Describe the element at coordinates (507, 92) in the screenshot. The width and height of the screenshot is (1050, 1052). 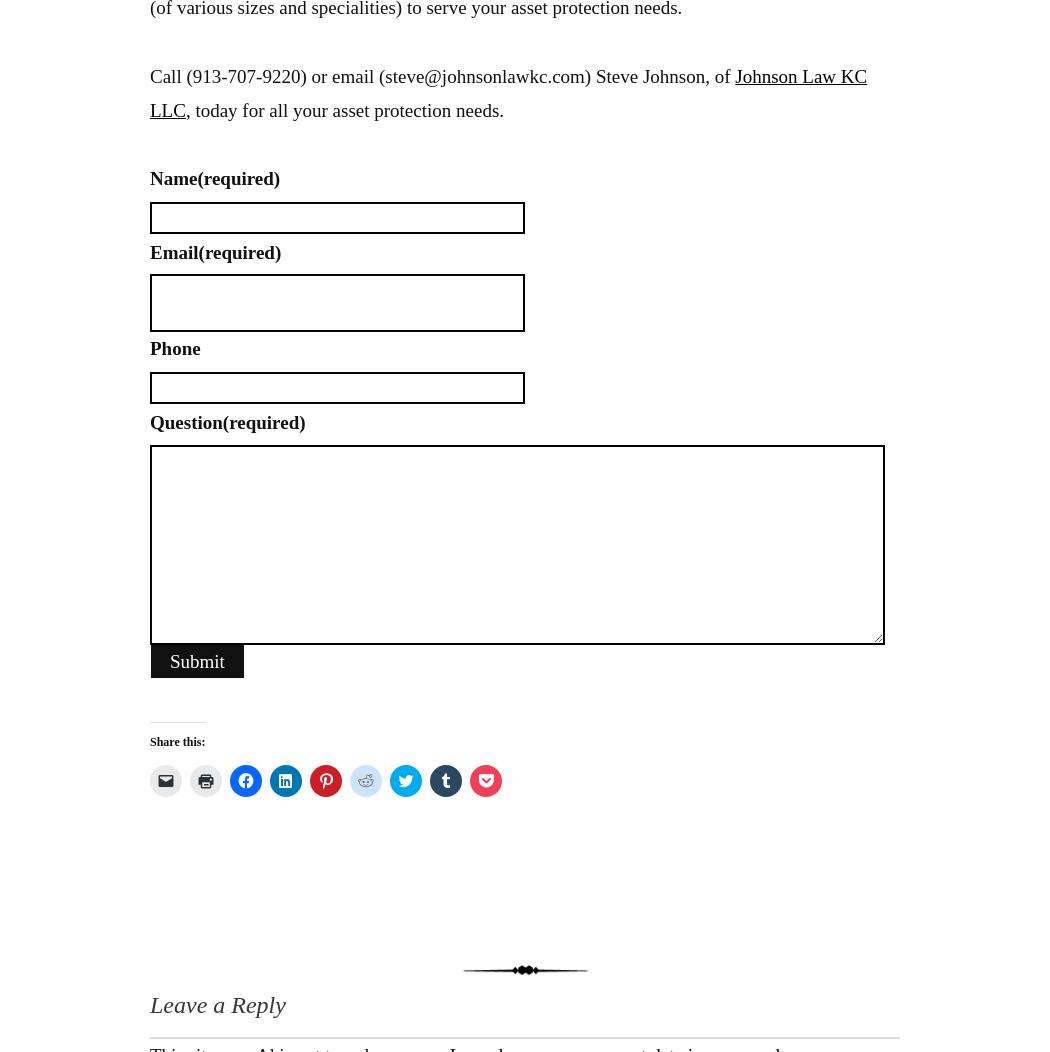
I see `'Johnson Law KC LLC'` at that location.